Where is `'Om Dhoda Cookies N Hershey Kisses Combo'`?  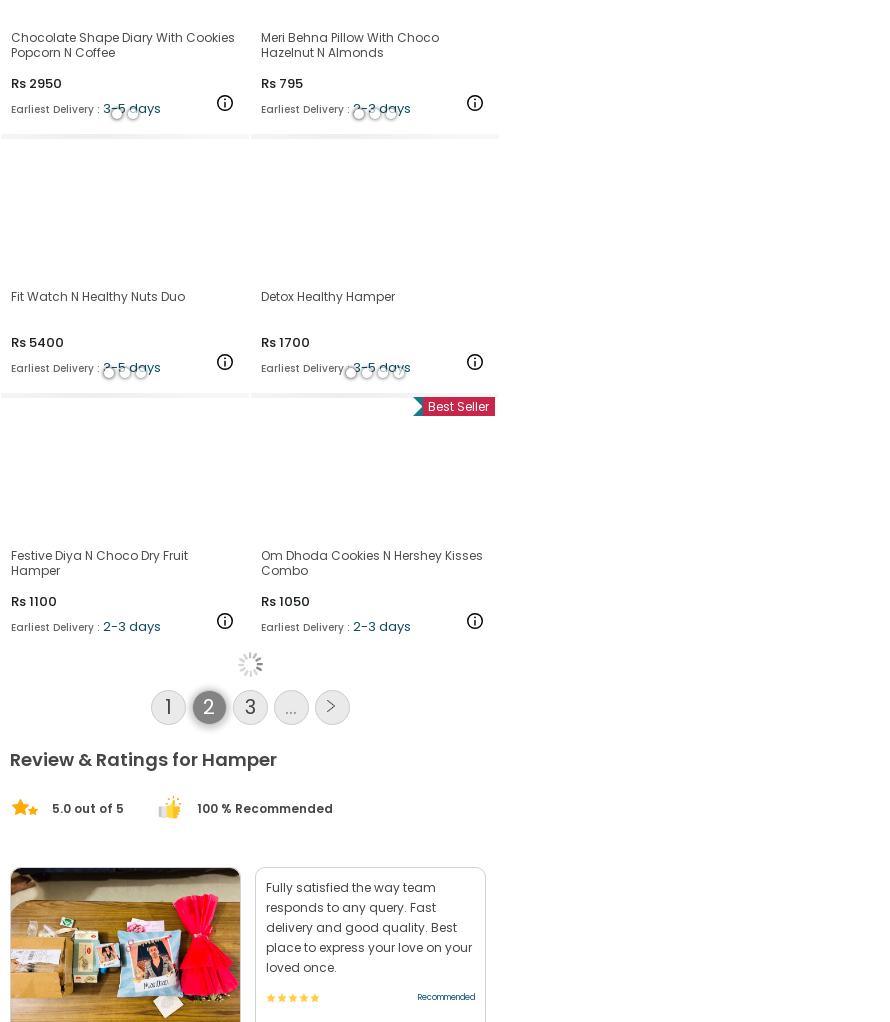
'Om Dhoda Cookies N Hershey Kisses Combo' is located at coordinates (371, 757).